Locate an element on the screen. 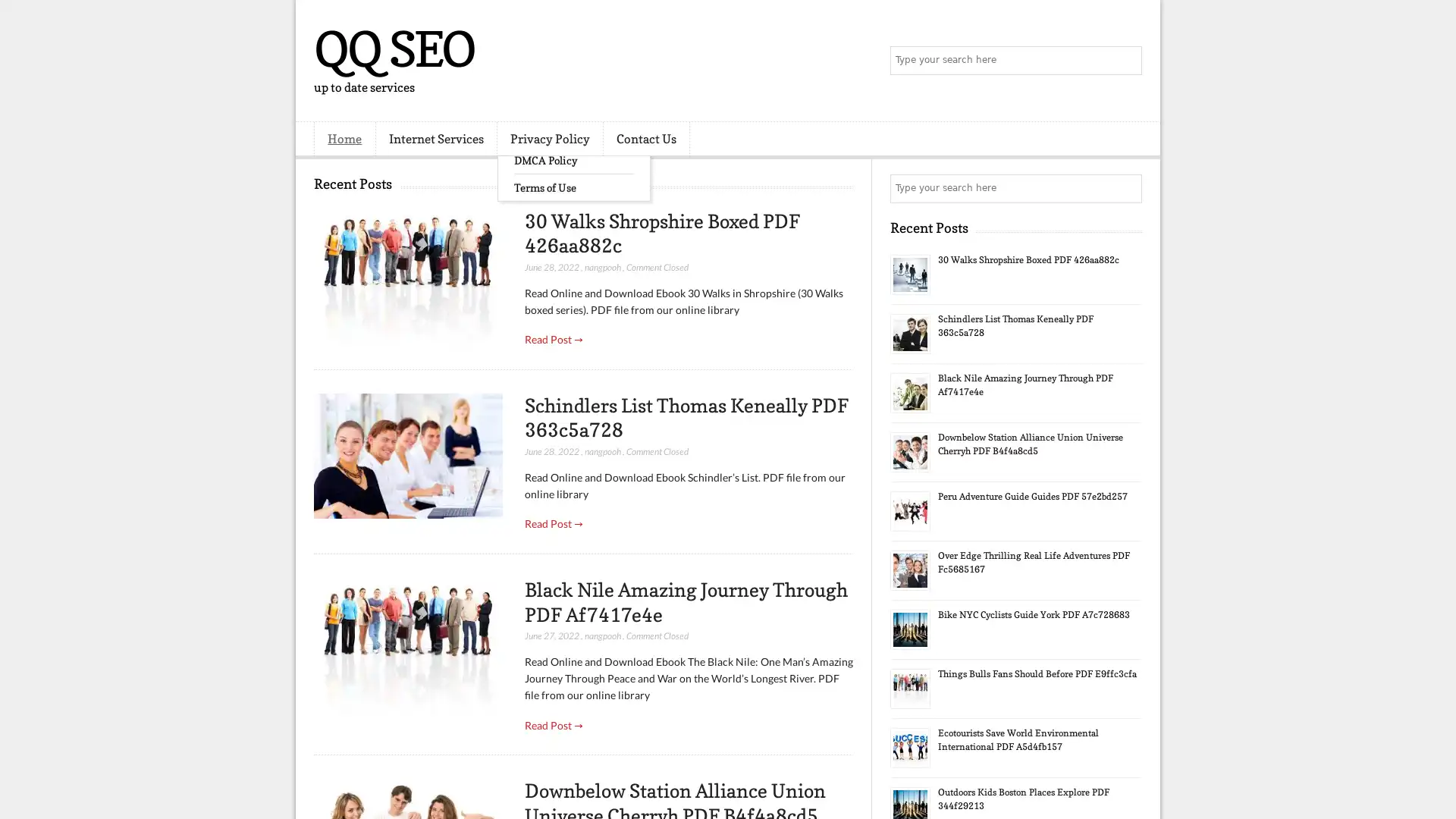 This screenshot has width=1456, height=819. Search is located at coordinates (1126, 188).